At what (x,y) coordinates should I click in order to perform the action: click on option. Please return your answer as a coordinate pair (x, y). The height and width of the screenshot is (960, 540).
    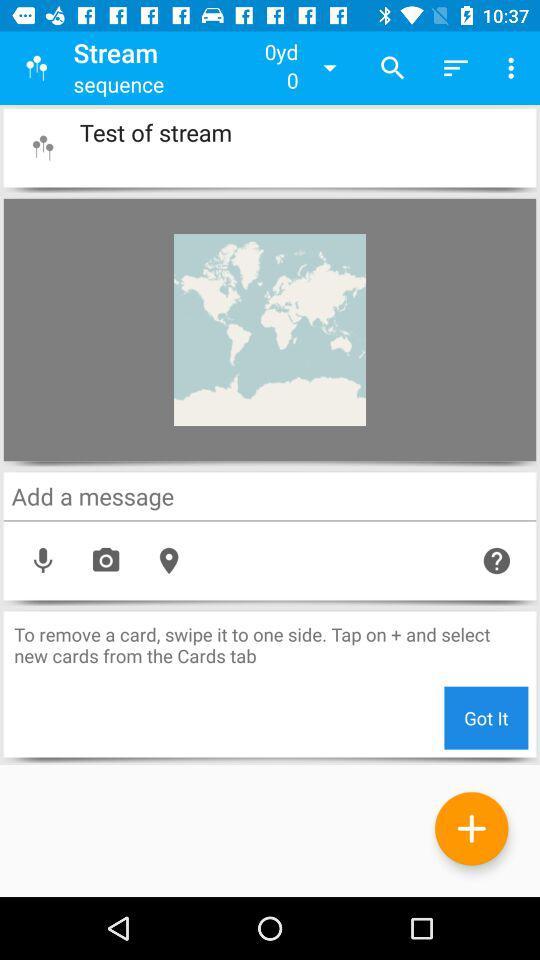
    Looking at the image, I should click on (471, 828).